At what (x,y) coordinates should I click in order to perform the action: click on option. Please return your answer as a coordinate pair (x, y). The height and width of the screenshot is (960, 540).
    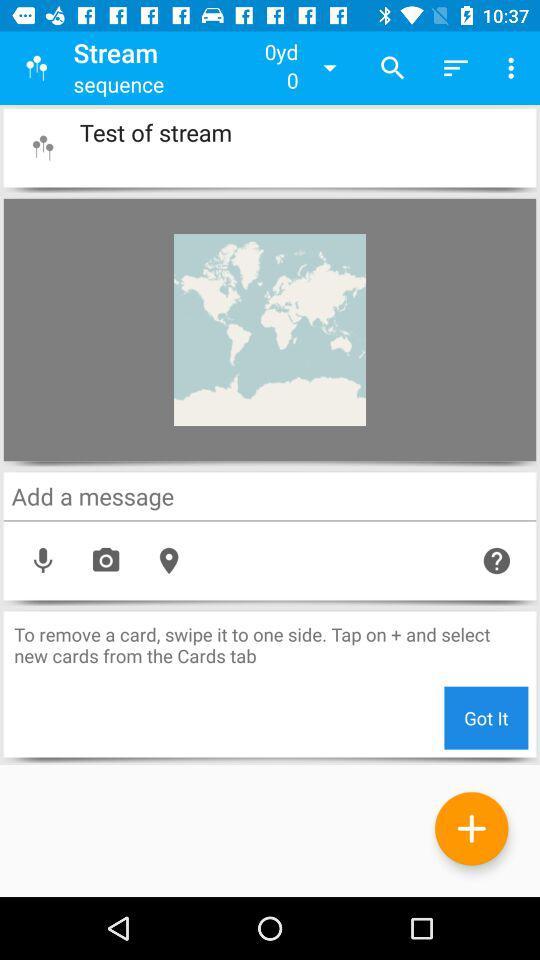
    Looking at the image, I should click on (471, 828).